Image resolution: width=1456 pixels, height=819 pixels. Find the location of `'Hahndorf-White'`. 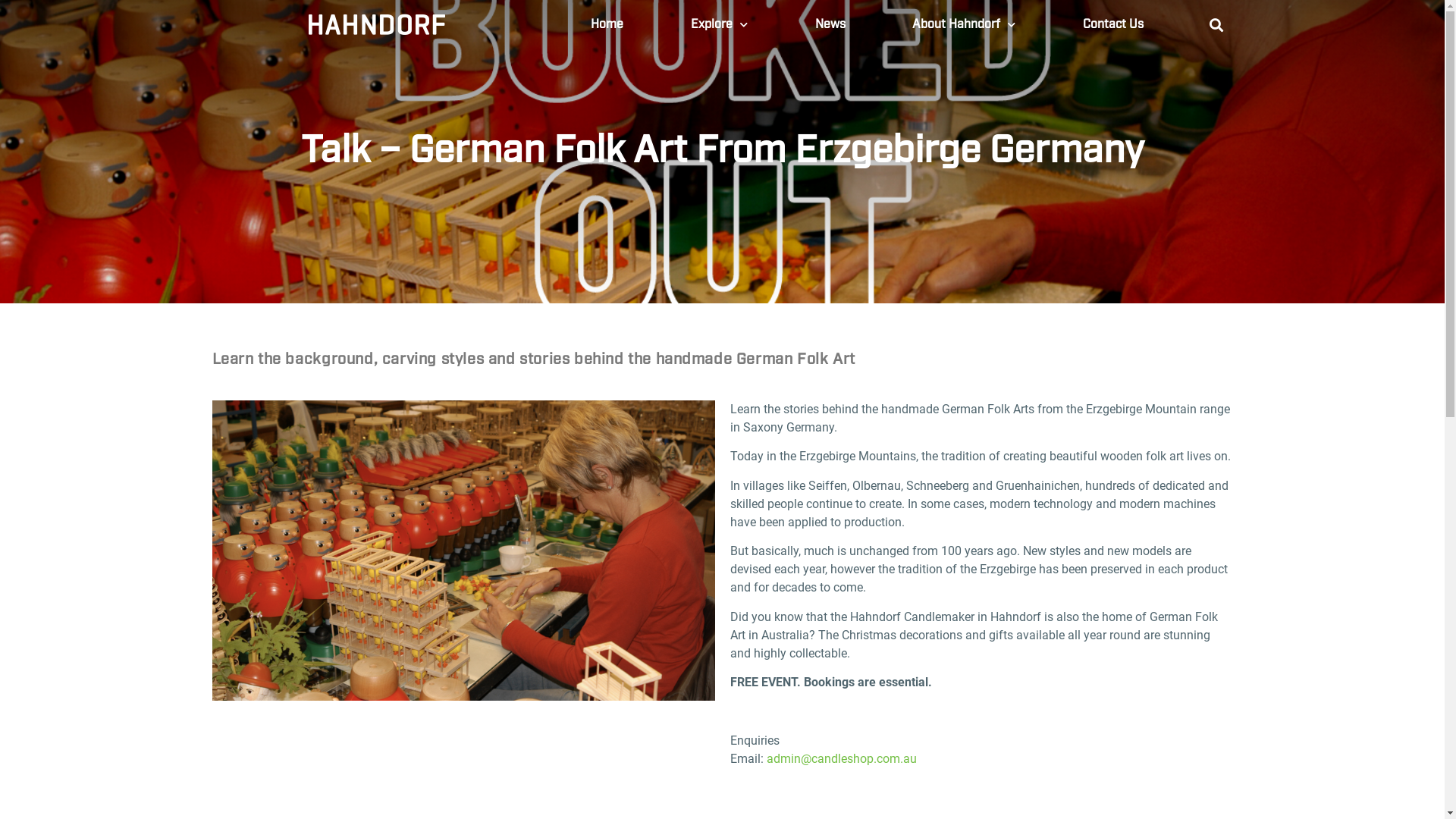

'Hahndorf-White' is located at coordinates (377, 25).